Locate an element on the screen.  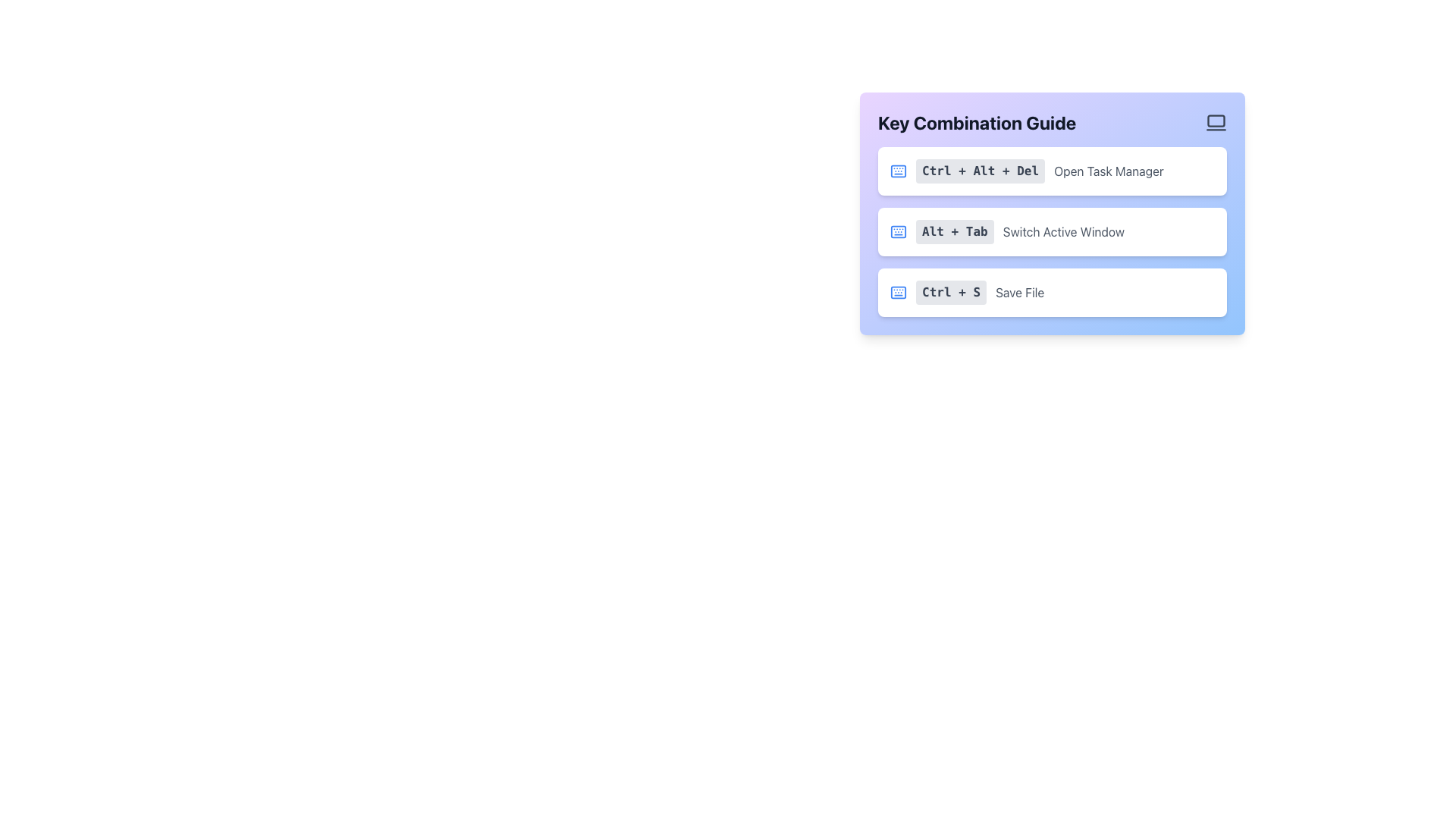
the 'Ctrl + S' text label, which is a rectangular button-like component with a light grey background and rounded corners, styled in bold, dark grey font, located in the third row of the key combination guide is located at coordinates (950, 292).